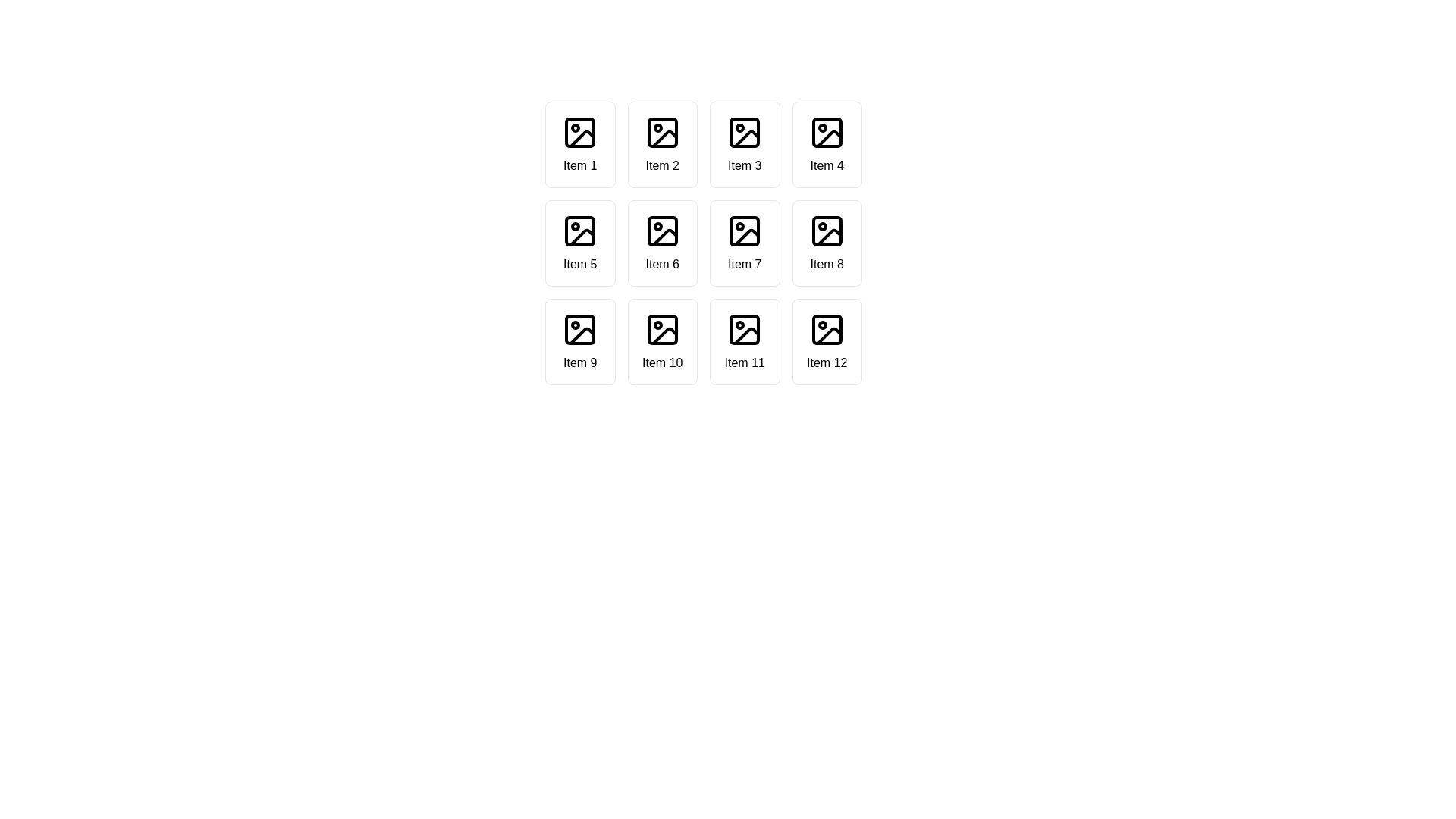  I want to click on the Grid Item Card displaying 'Item 10', which is the fifth item in the last row of the grid, so click(662, 342).